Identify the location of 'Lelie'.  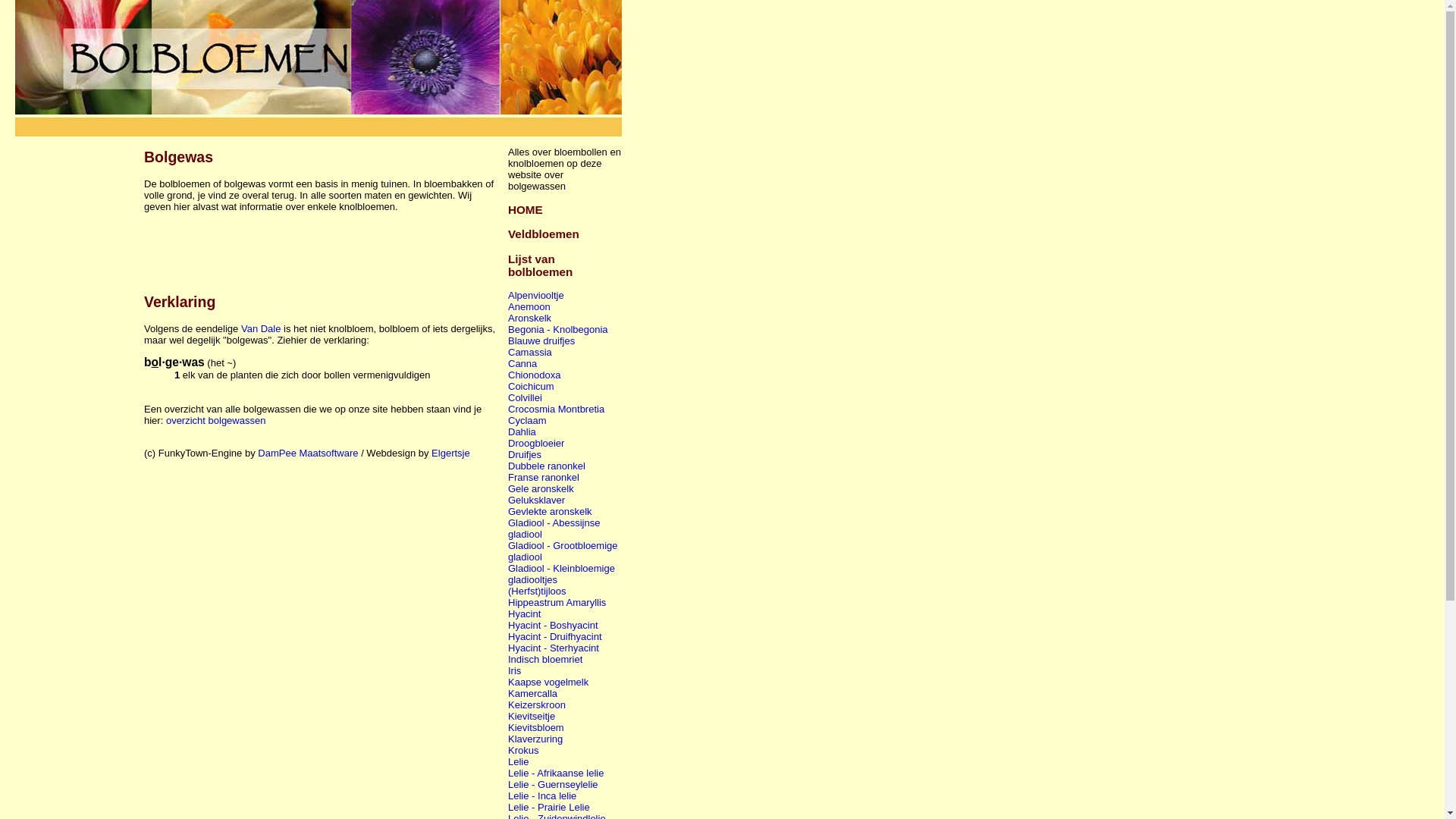
(518, 761).